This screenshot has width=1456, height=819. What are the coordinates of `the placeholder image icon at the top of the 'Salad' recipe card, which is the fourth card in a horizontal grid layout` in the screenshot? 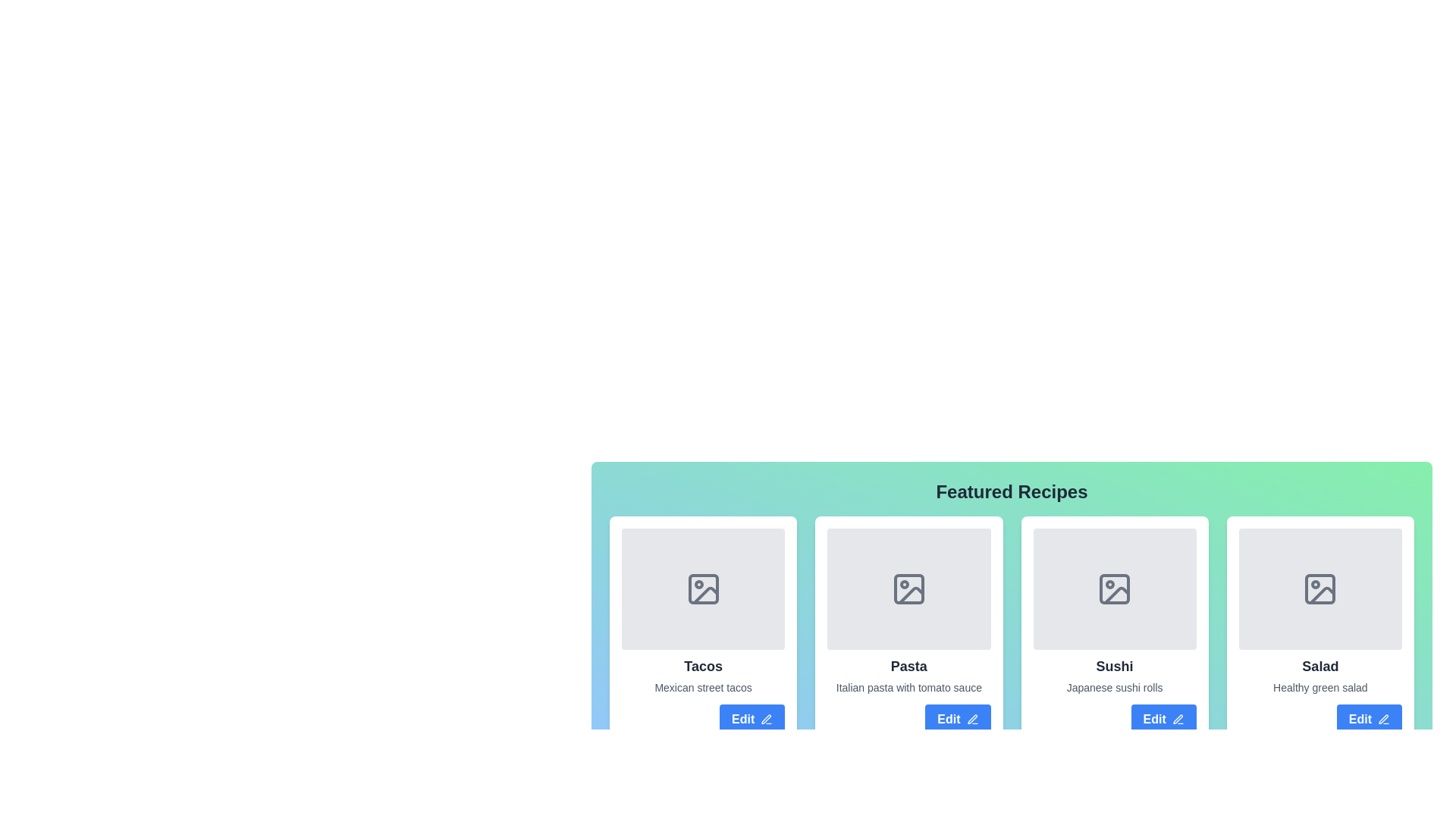 It's located at (1319, 632).